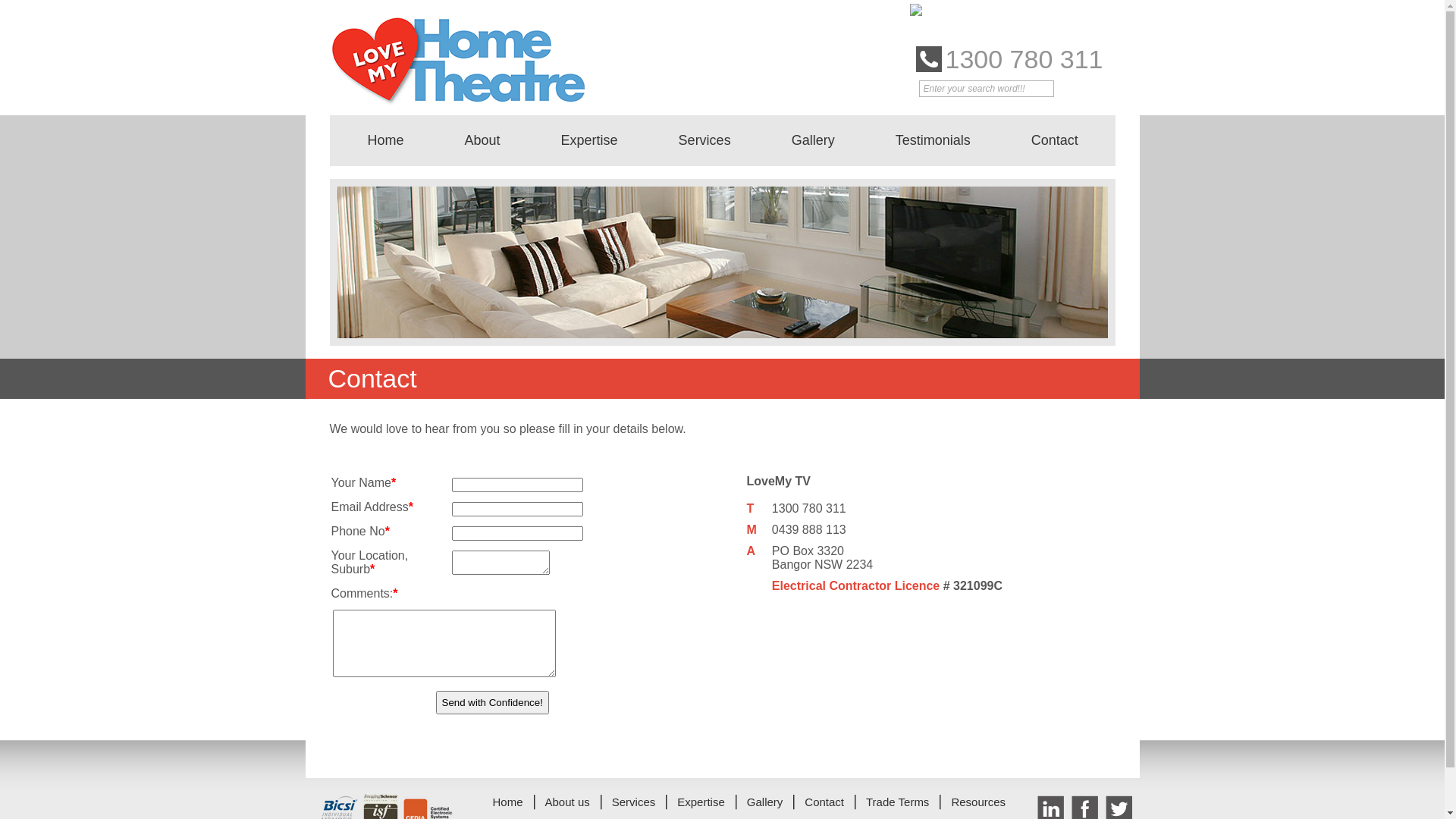 The image size is (1456, 819). Describe the element at coordinates (491, 702) in the screenshot. I see `'Send with Confidence!'` at that location.